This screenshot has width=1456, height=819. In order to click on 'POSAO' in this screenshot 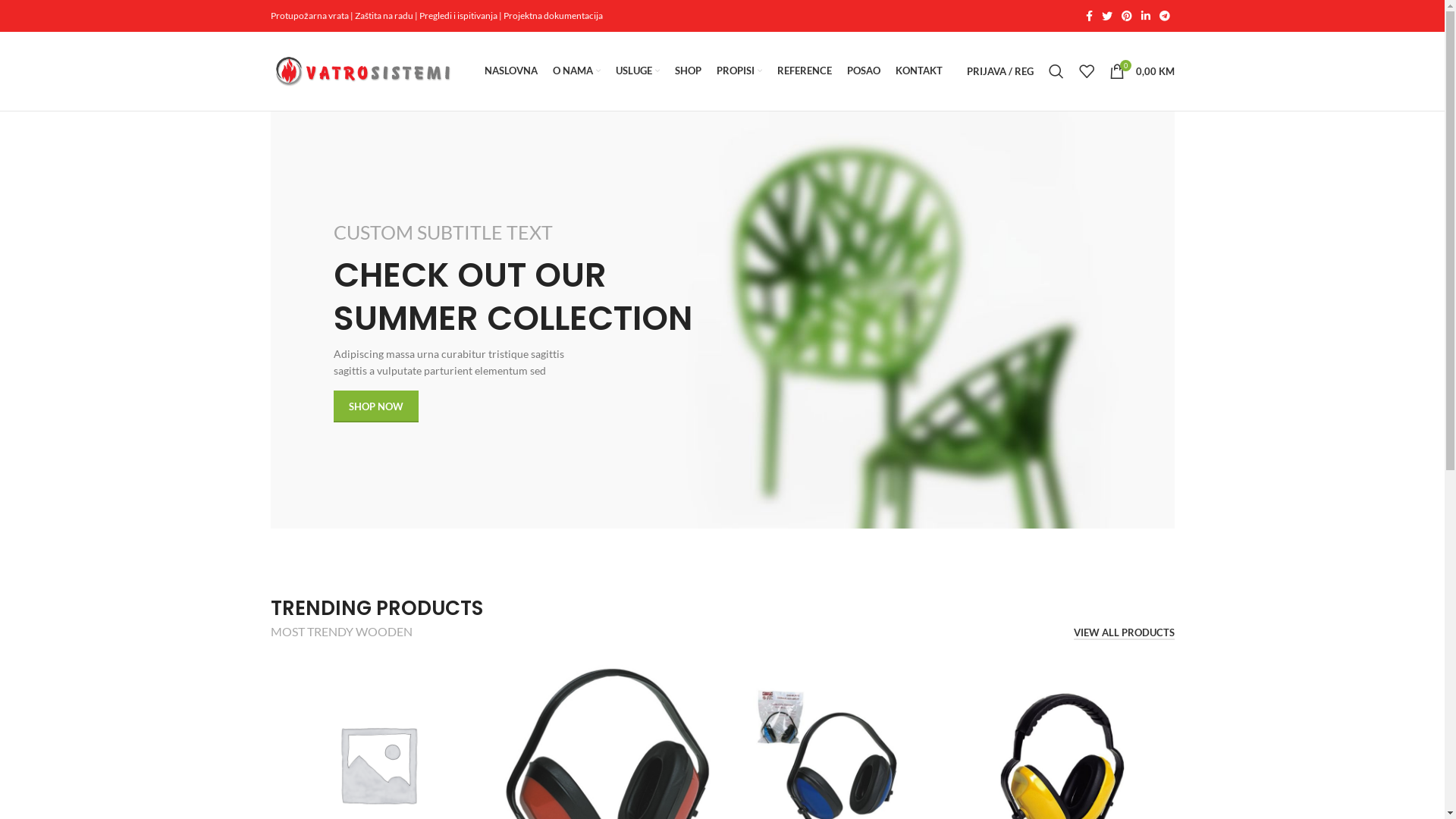, I will do `click(846, 71)`.